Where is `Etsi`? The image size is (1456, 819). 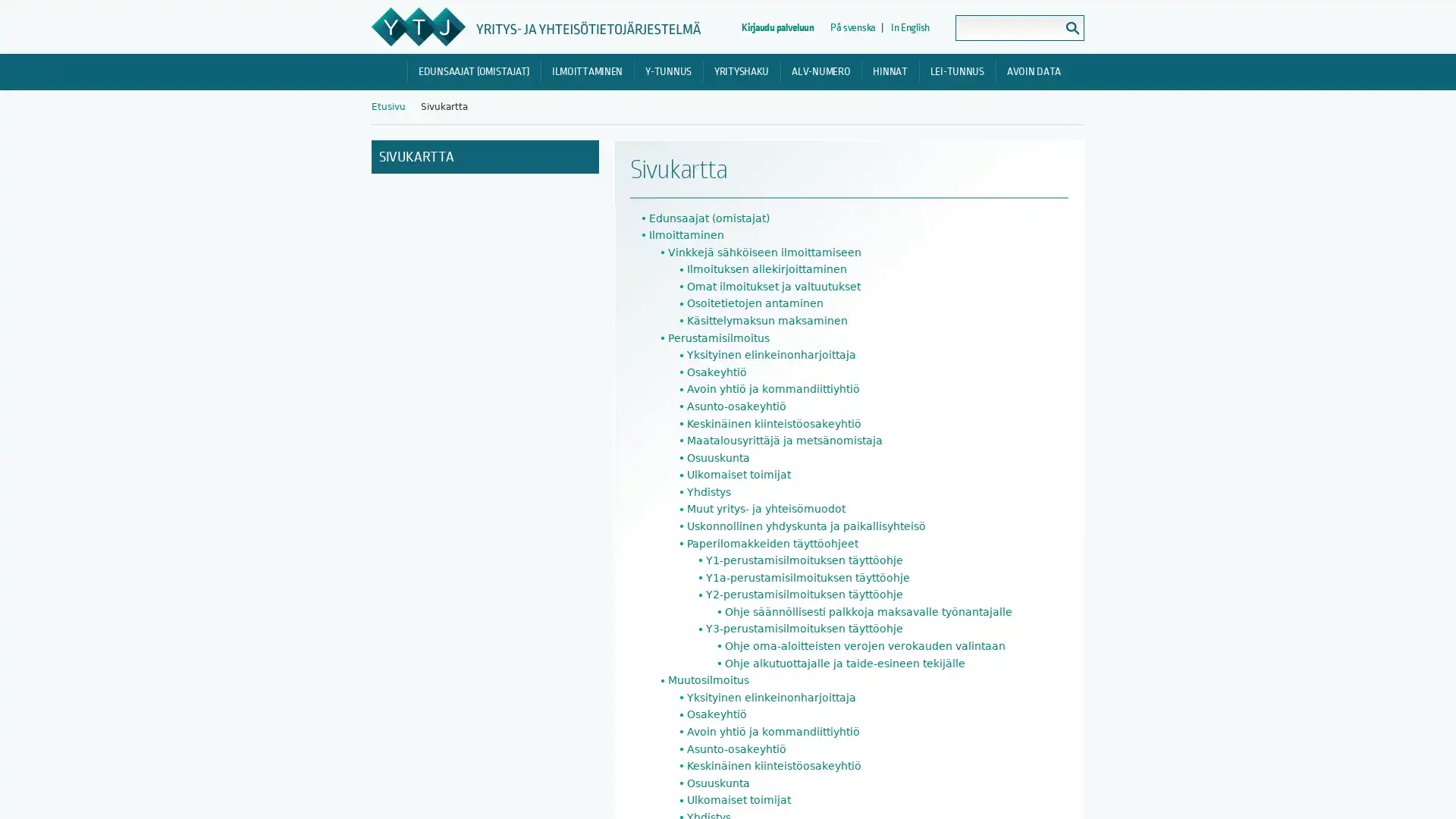
Etsi is located at coordinates (1072, 28).